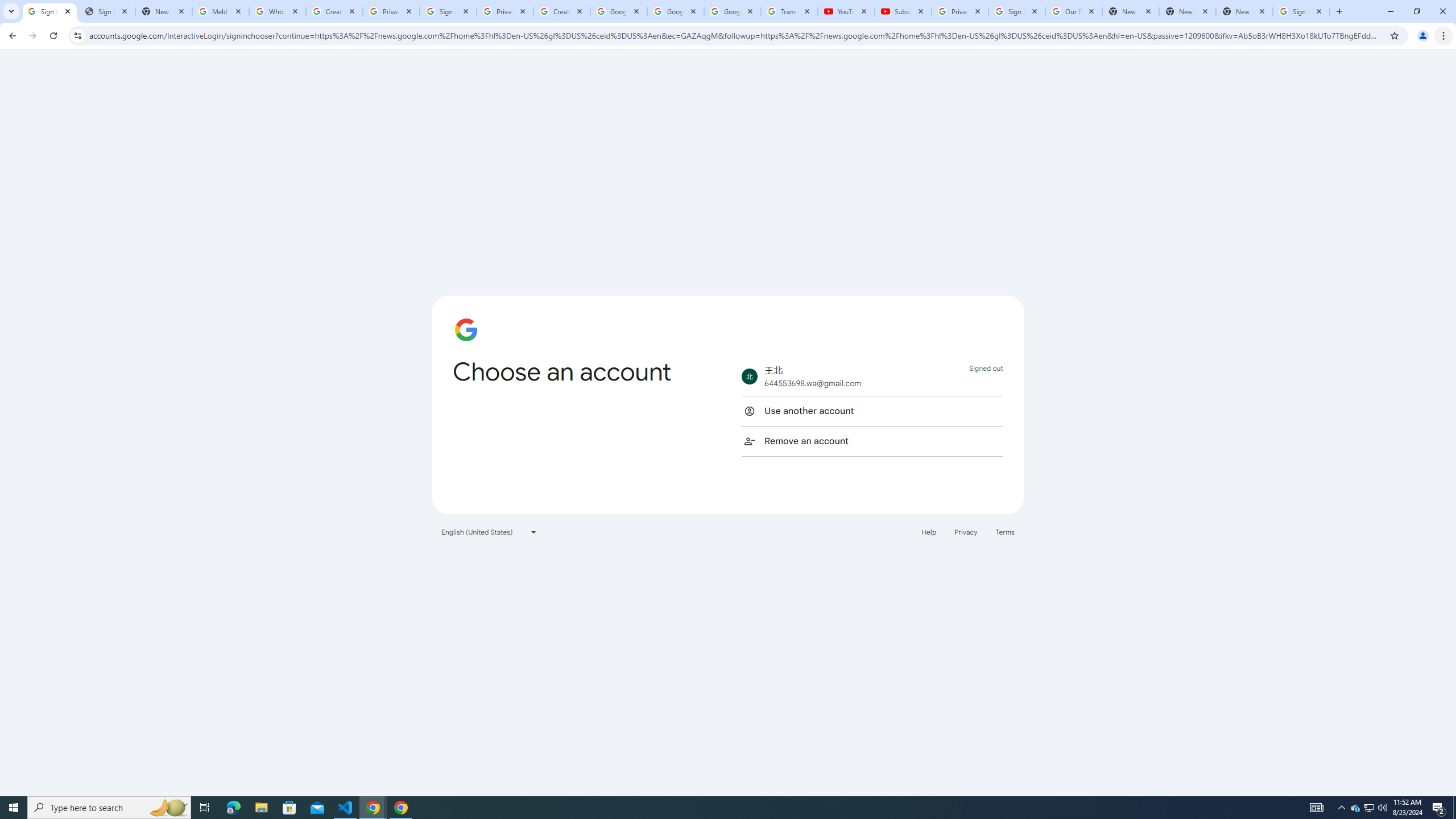 This screenshot has height=819, width=1456. What do you see at coordinates (902, 11) in the screenshot?
I see `'Subscriptions - YouTube'` at bounding box center [902, 11].